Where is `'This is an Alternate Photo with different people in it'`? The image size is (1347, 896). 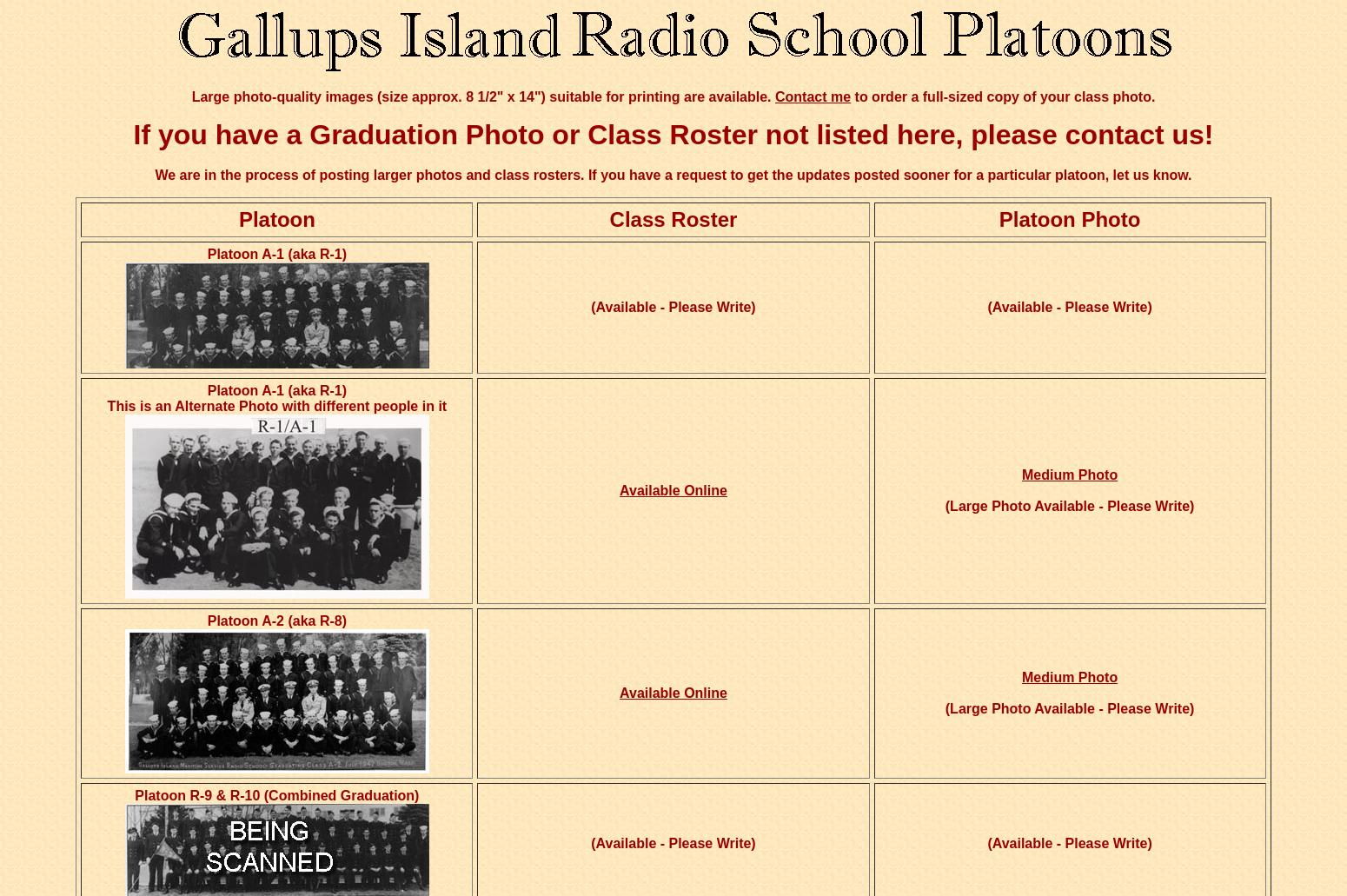 'This is an Alternate Photo with different people in it' is located at coordinates (275, 406).